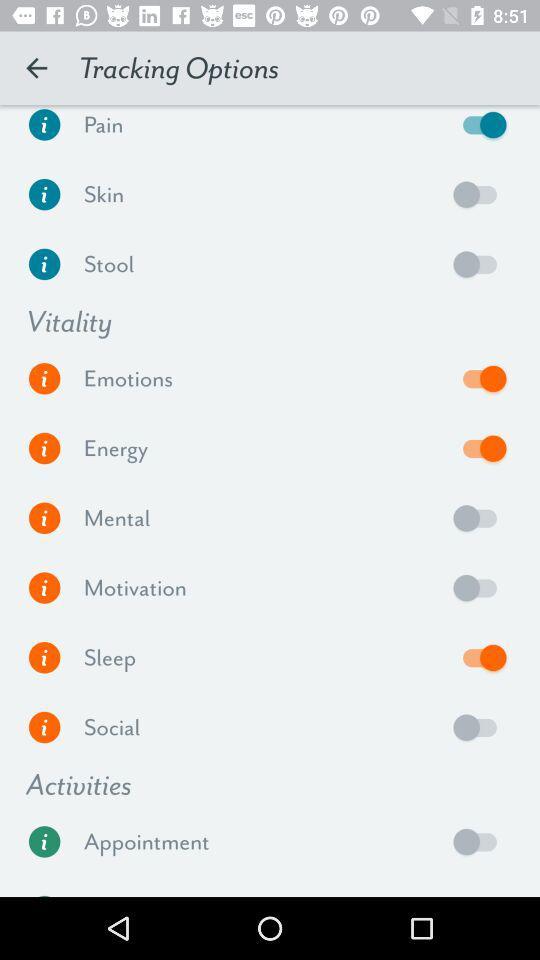  I want to click on pain tracking off, so click(479, 128).